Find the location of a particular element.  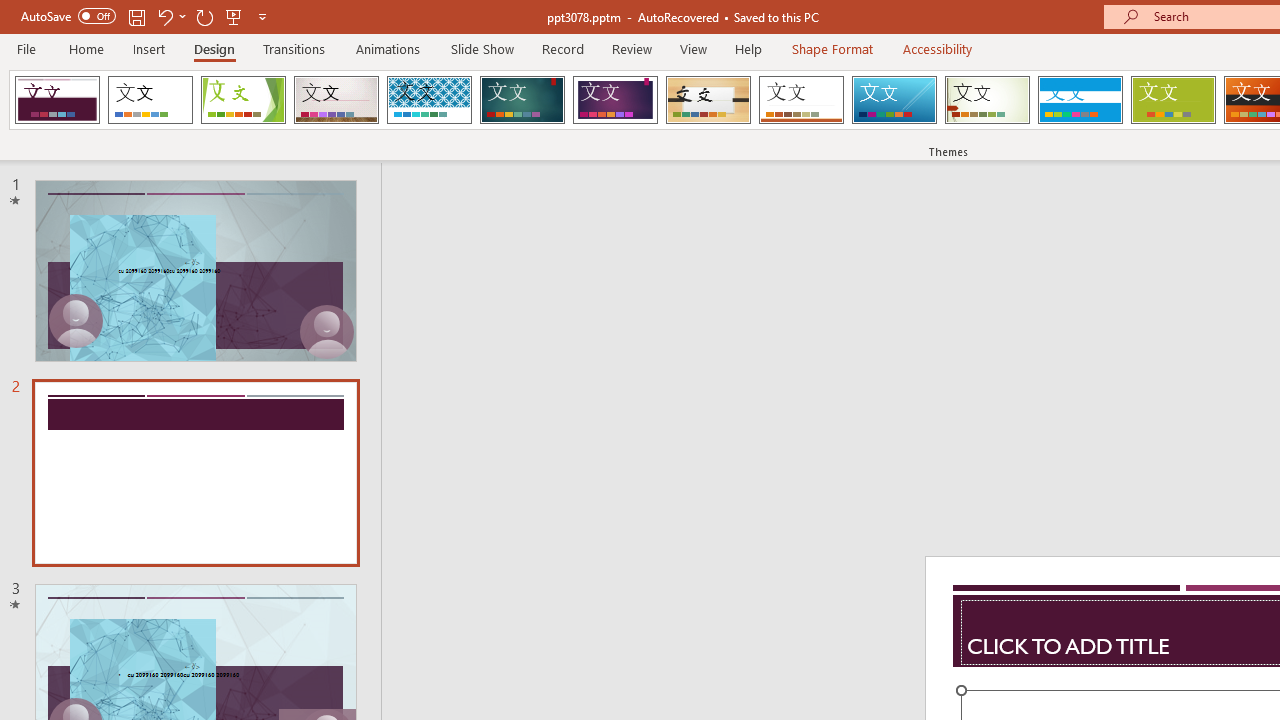

'Facet' is located at coordinates (242, 100).